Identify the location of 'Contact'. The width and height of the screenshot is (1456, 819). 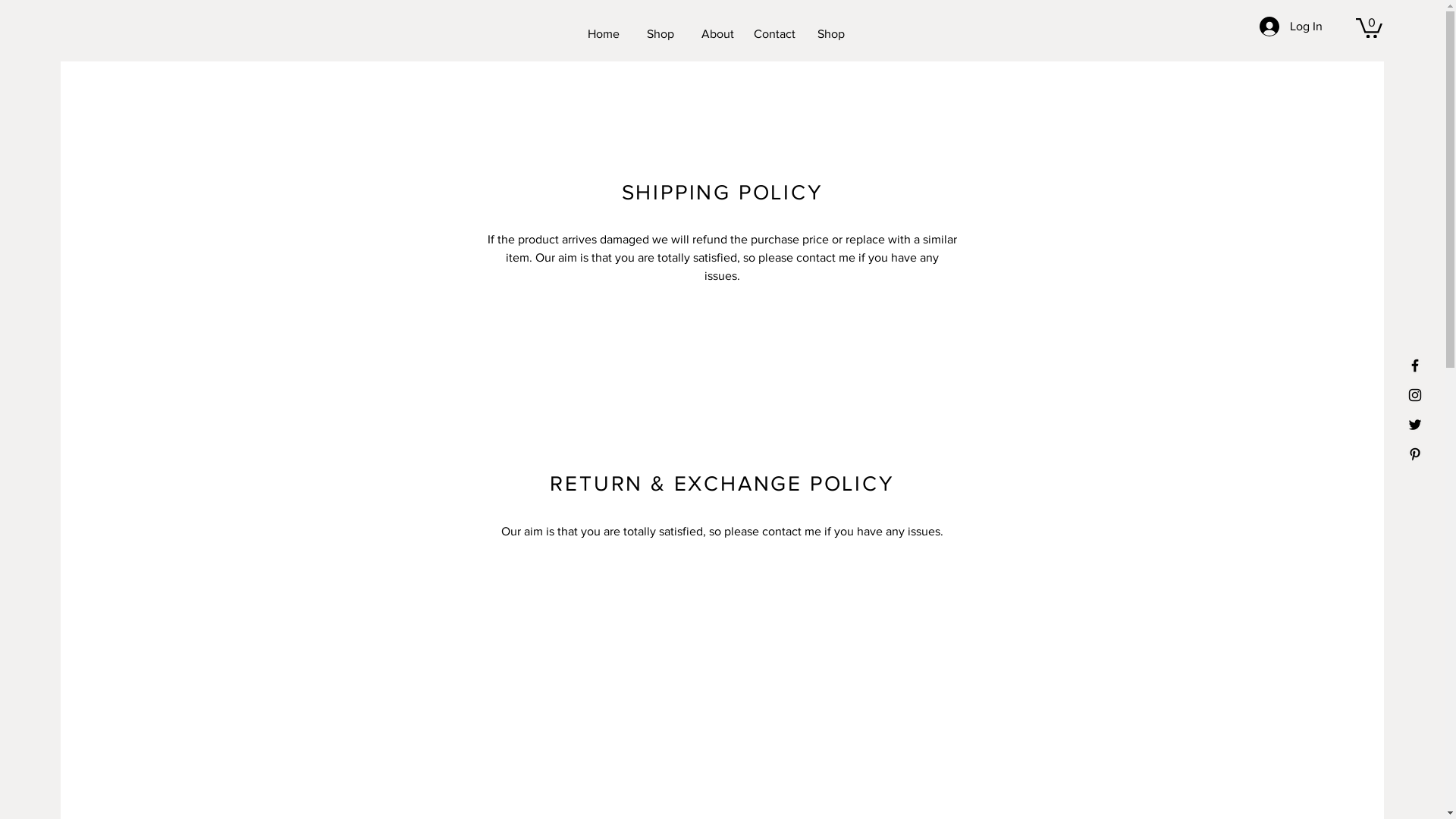
(774, 34).